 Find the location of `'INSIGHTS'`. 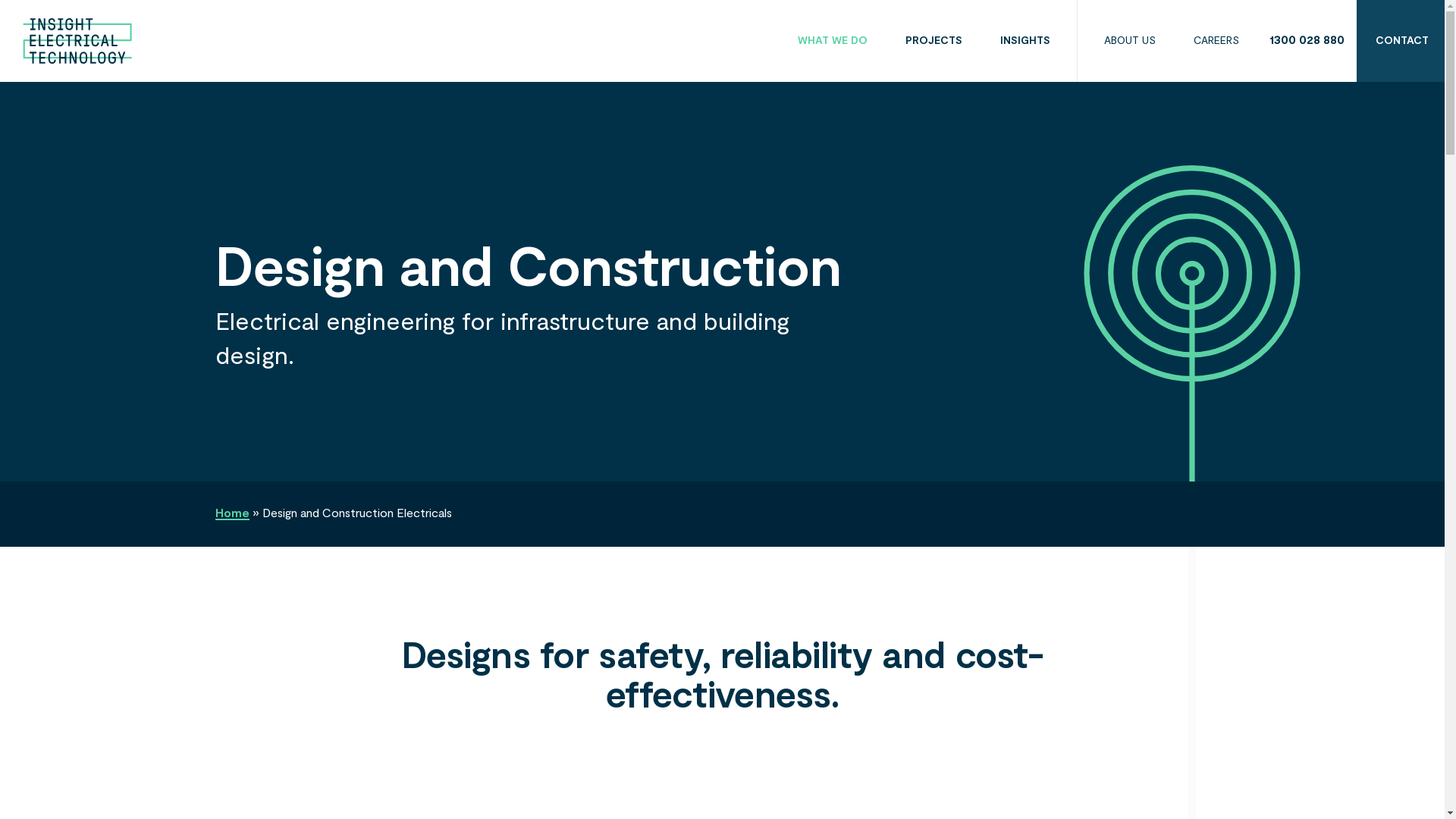

'INSIGHTS' is located at coordinates (981, 40).